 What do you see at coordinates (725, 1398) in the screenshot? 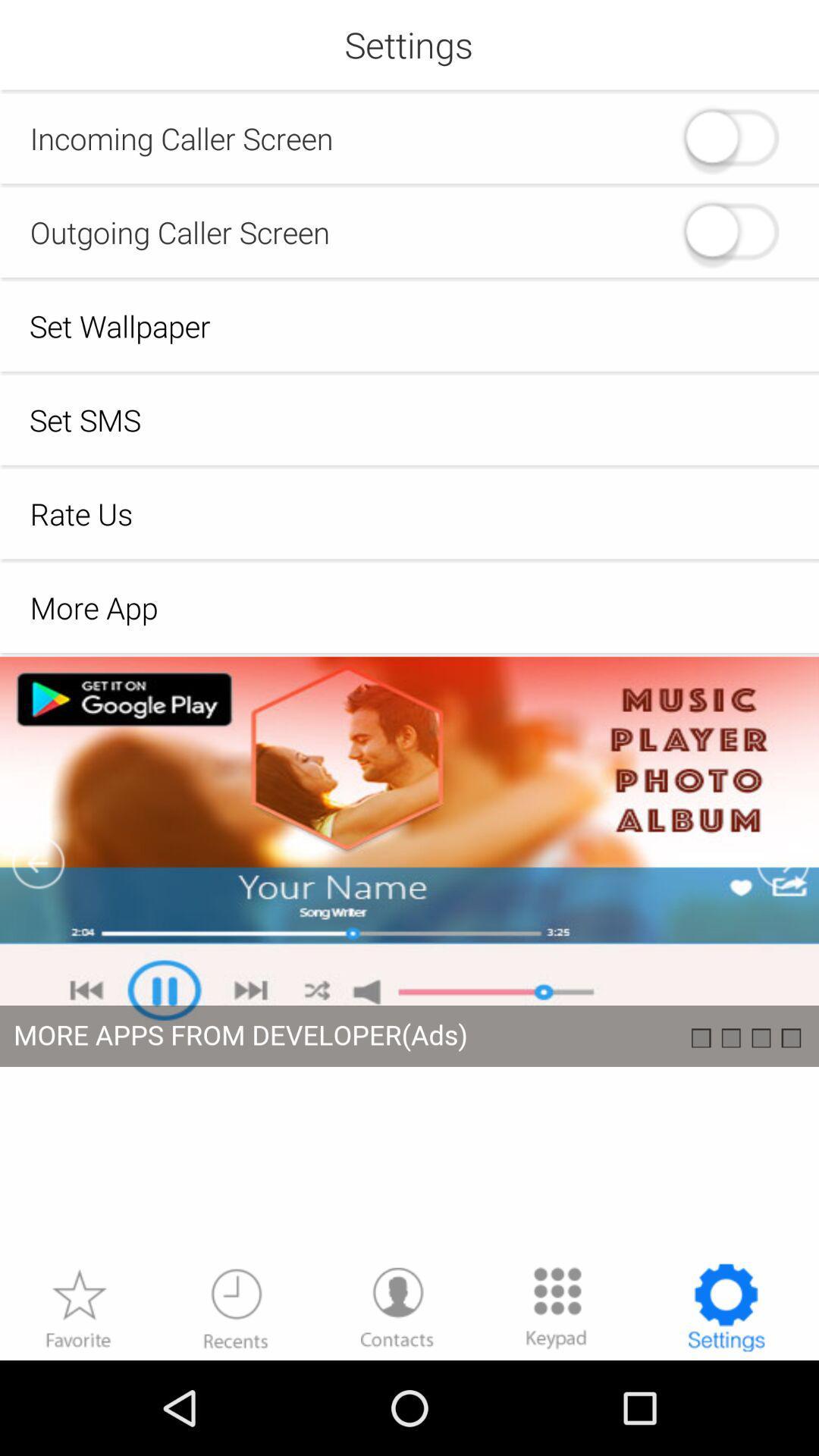
I see `the settings icon` at bounding box center [725, 1398].